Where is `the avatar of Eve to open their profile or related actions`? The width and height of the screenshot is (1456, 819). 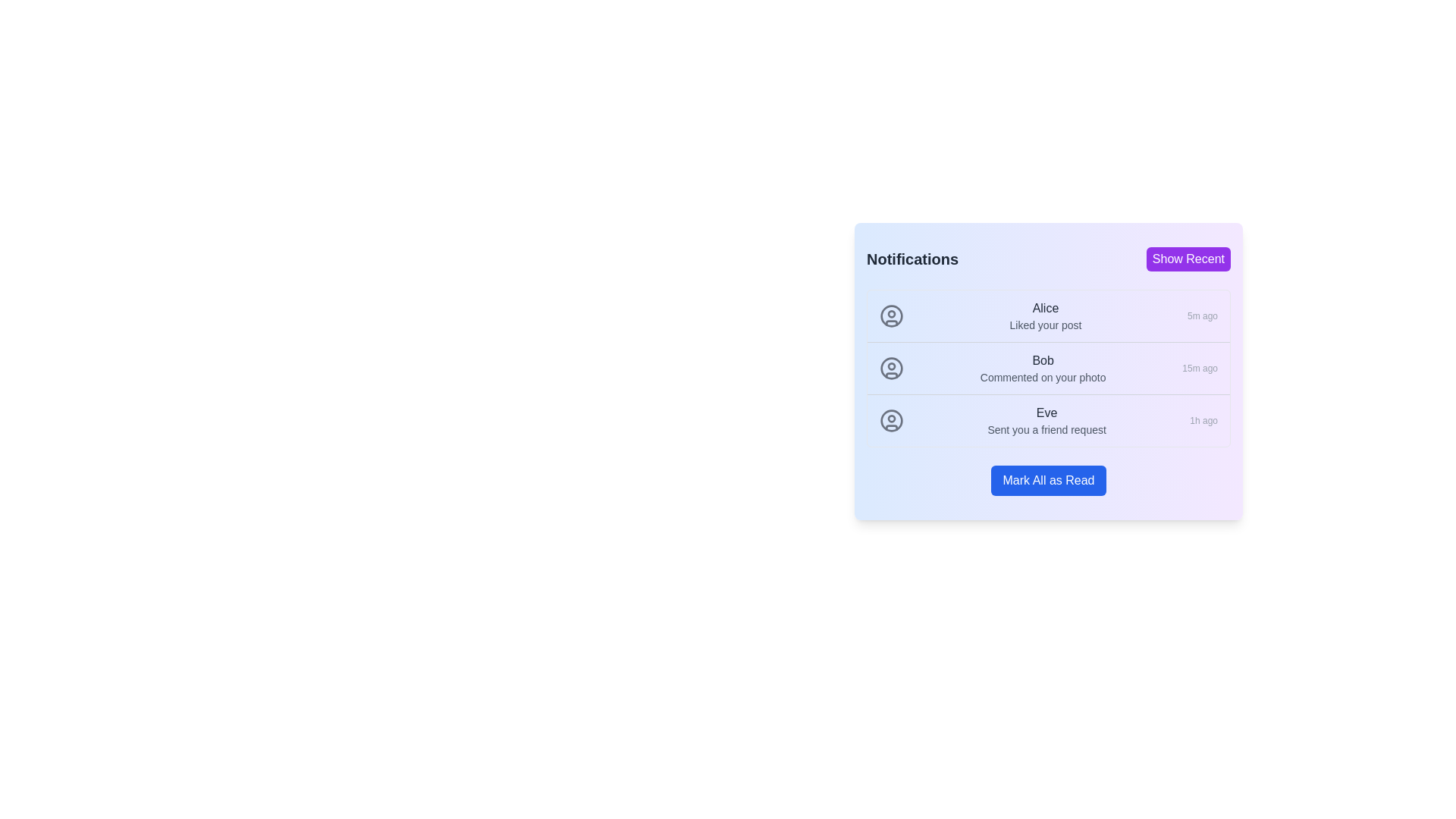
the avatar of Eve to open their profile or related actions is located at coordinates (892, 421).